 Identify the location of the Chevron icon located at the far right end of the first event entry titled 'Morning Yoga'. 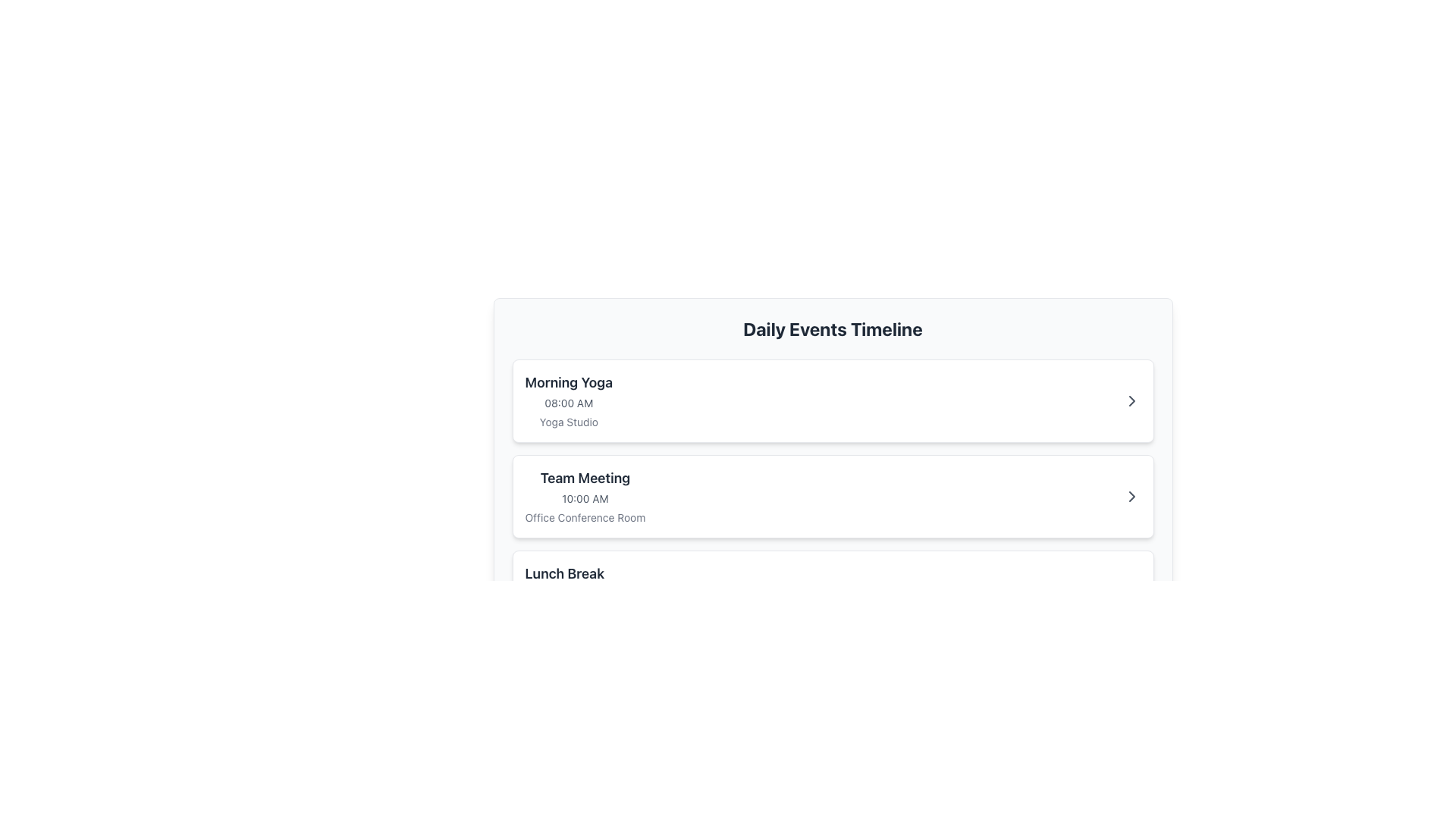
(1131, 400).